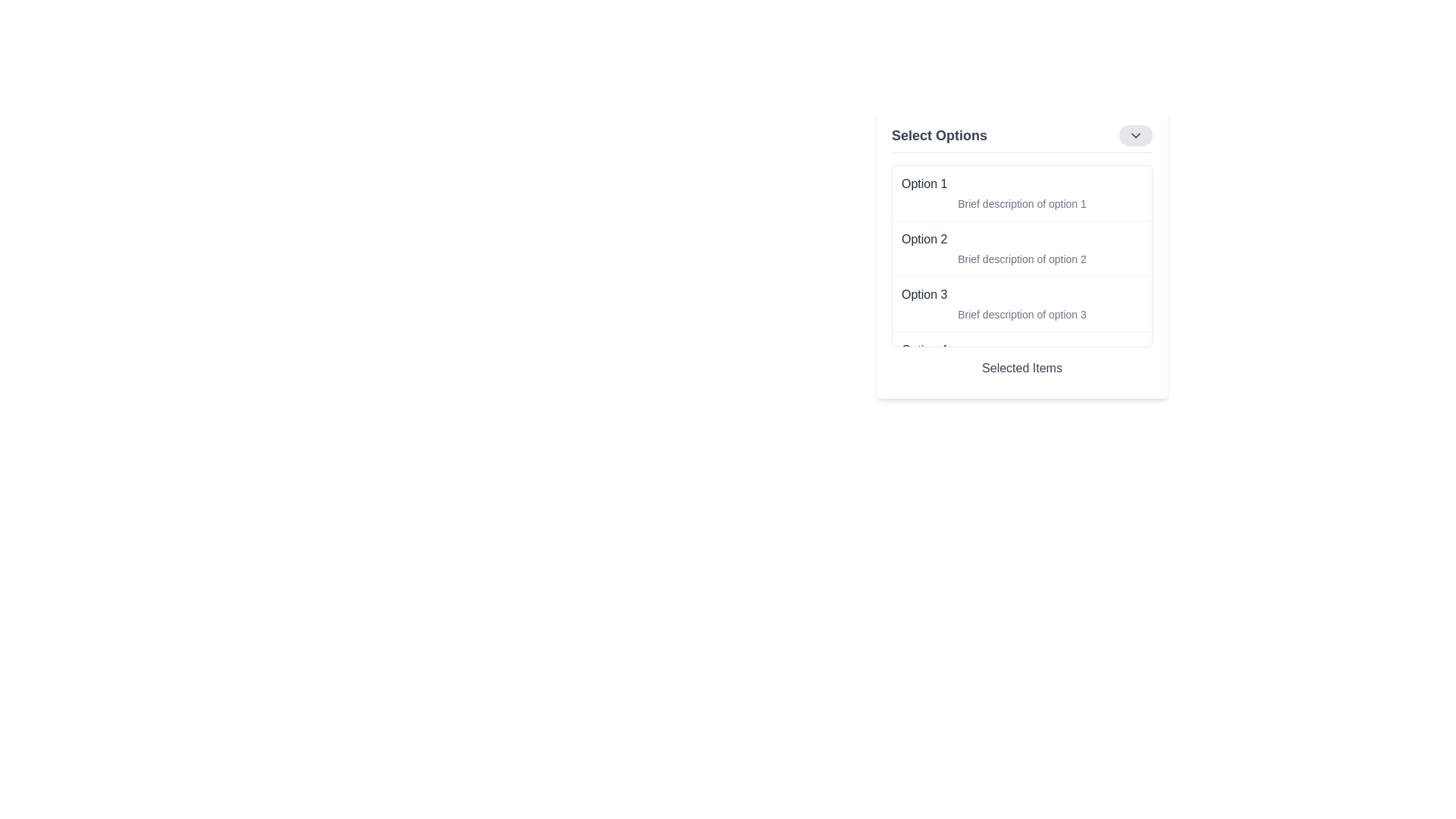  I want to click on the text label providing additional context for 'Option 3', which is positioned beneath the 'Option 3' label in the list of selectable options, so click(1022, 314).